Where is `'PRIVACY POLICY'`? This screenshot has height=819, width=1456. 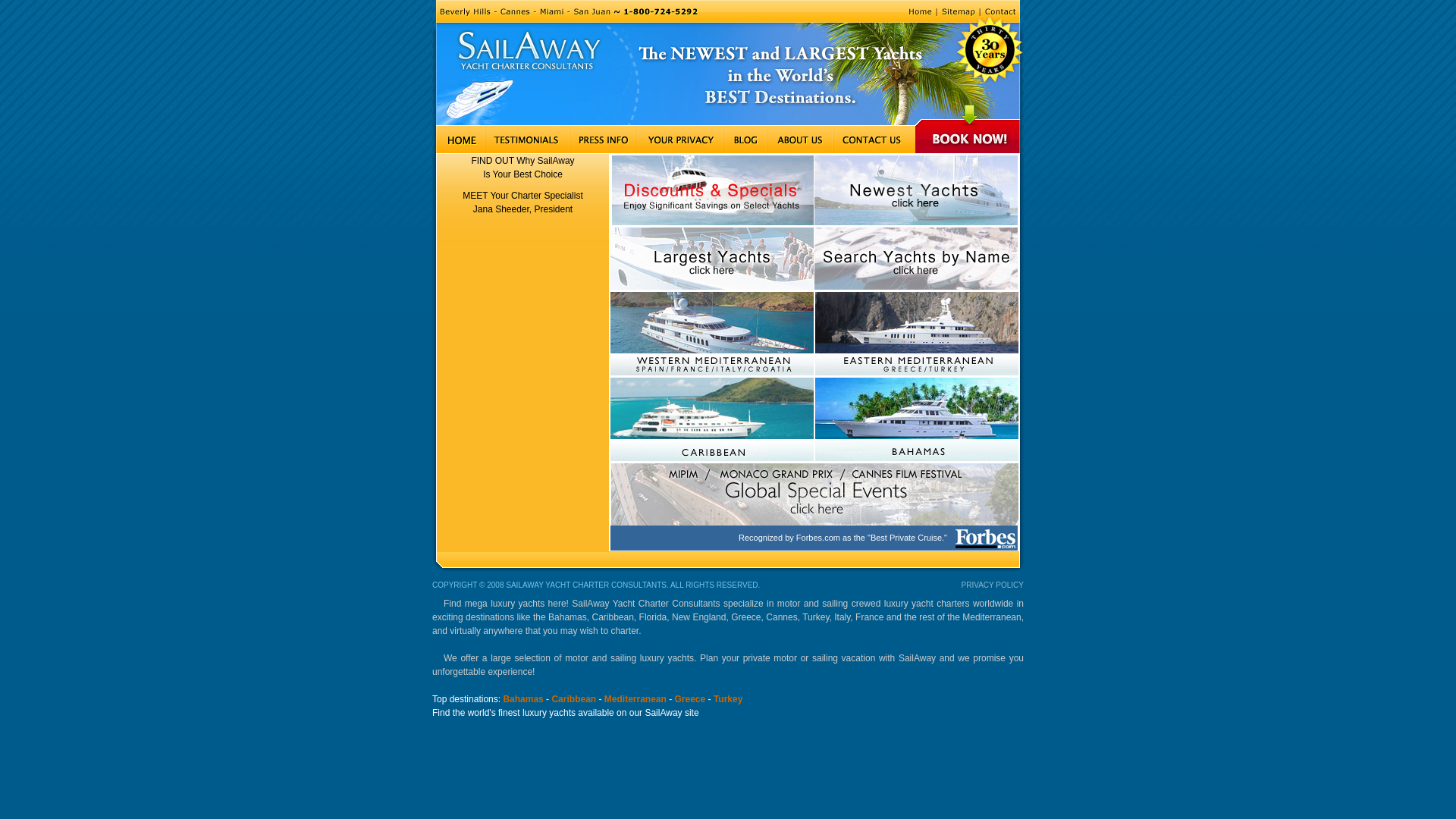 'PRIVACY POLICY' is located at coordinates (993, 584).